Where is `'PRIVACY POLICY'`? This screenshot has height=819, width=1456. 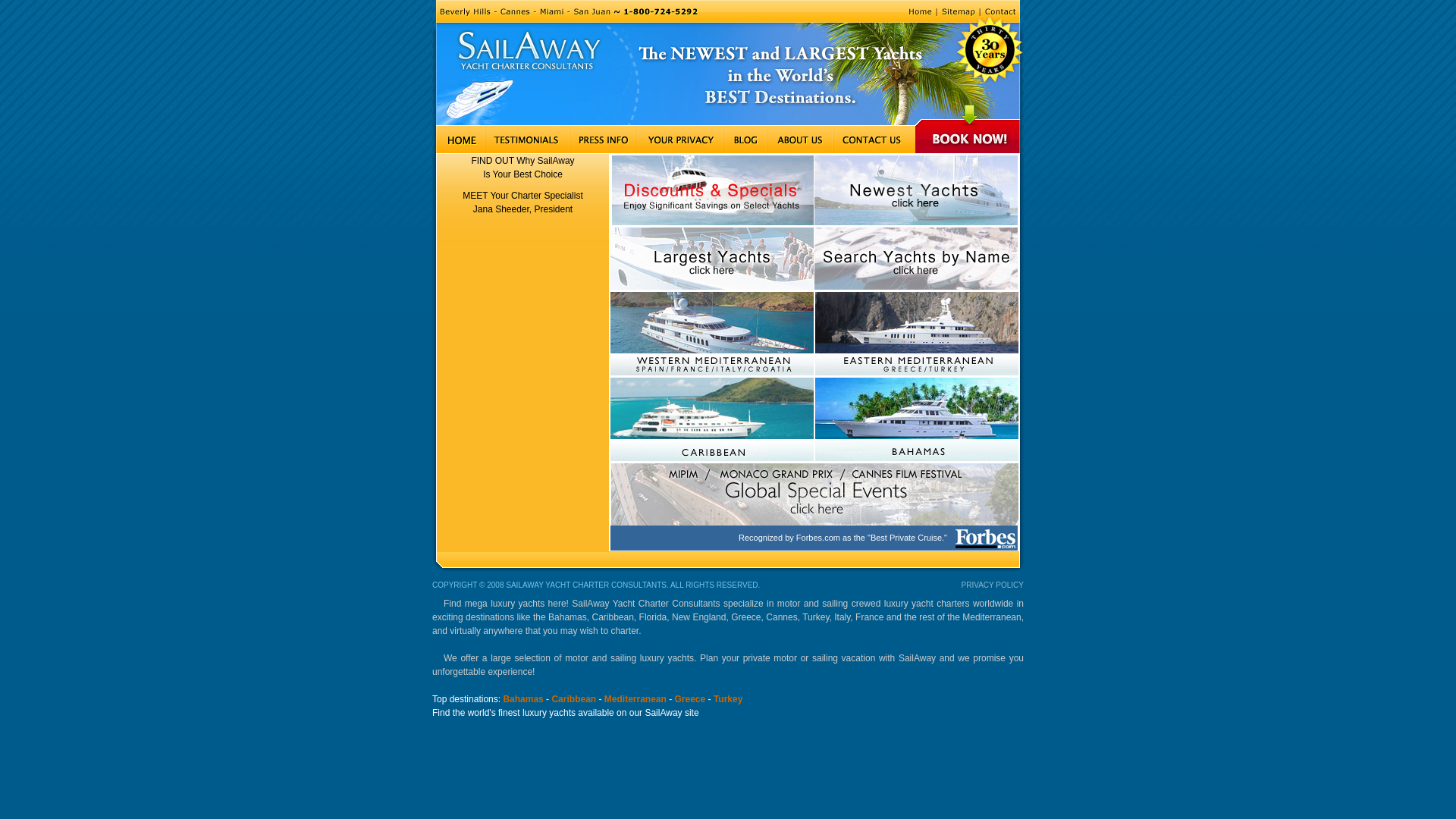 'PRIVACY POLICY' is located at coordinates (993, 584).